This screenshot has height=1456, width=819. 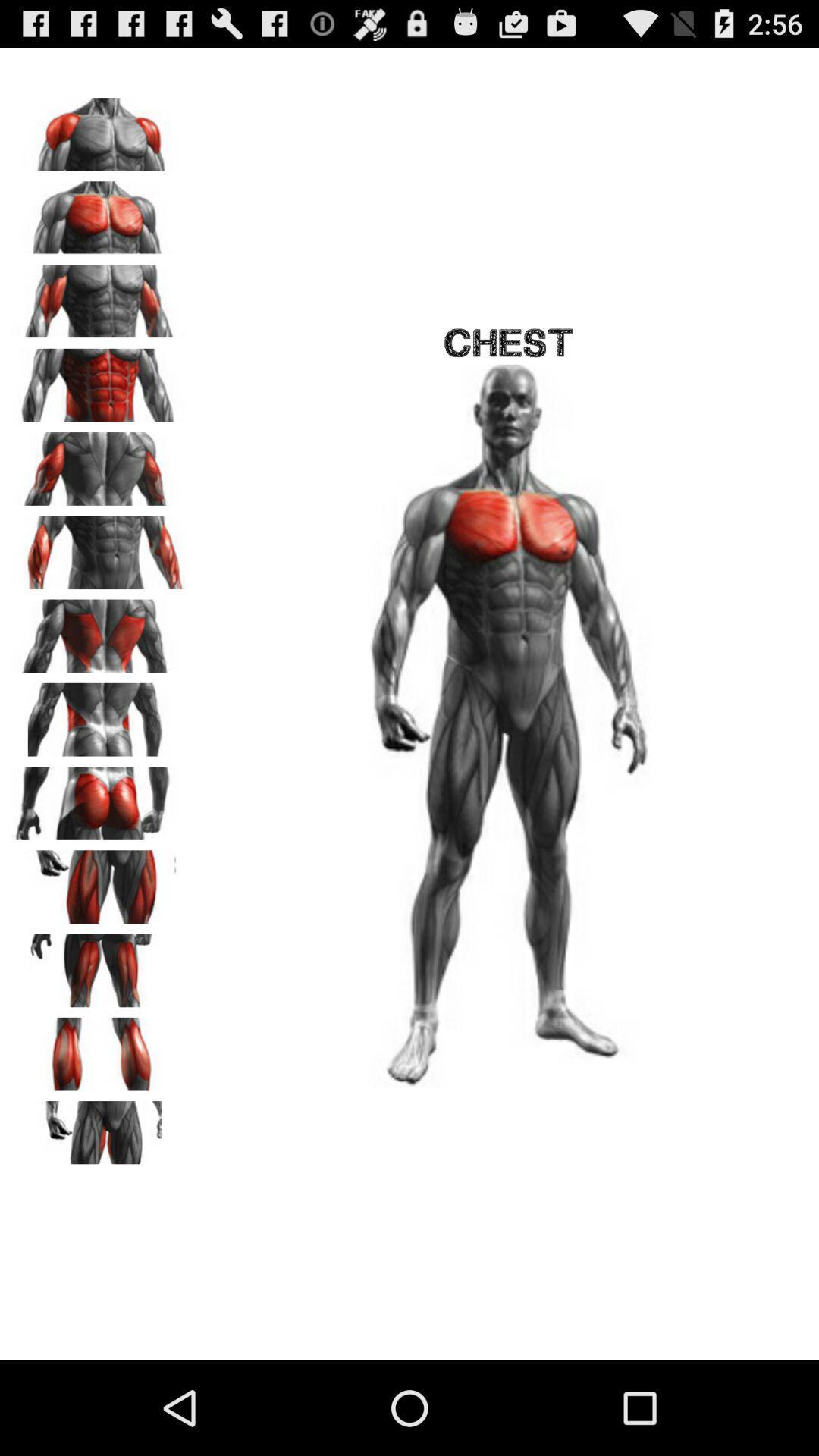 I want to click on body part, so click(x=99, y=1048).